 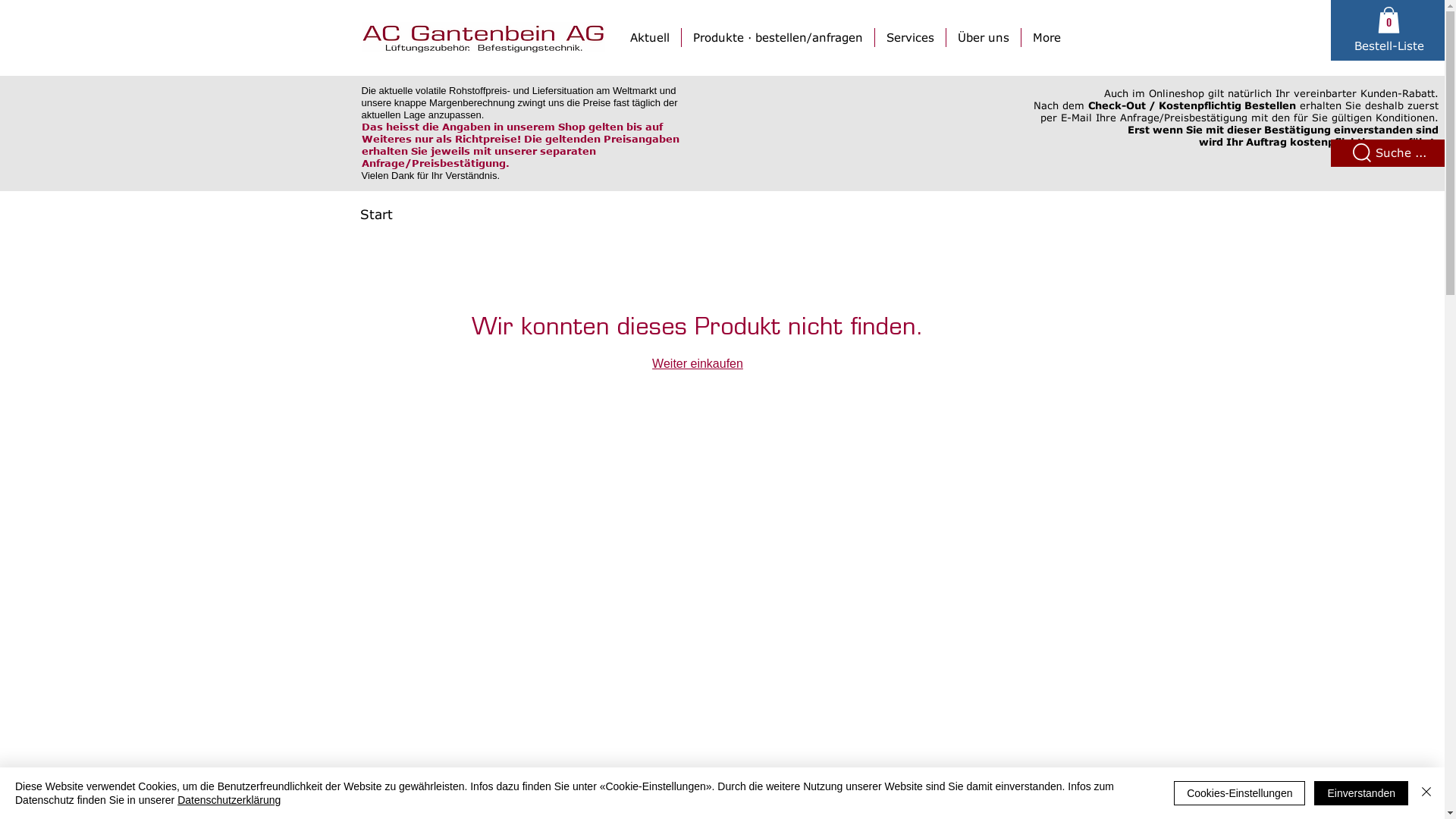 What do you see at coordinates (1378, 20) in the screenshot?
I see `'0'` at bounding box center [1378, 20].